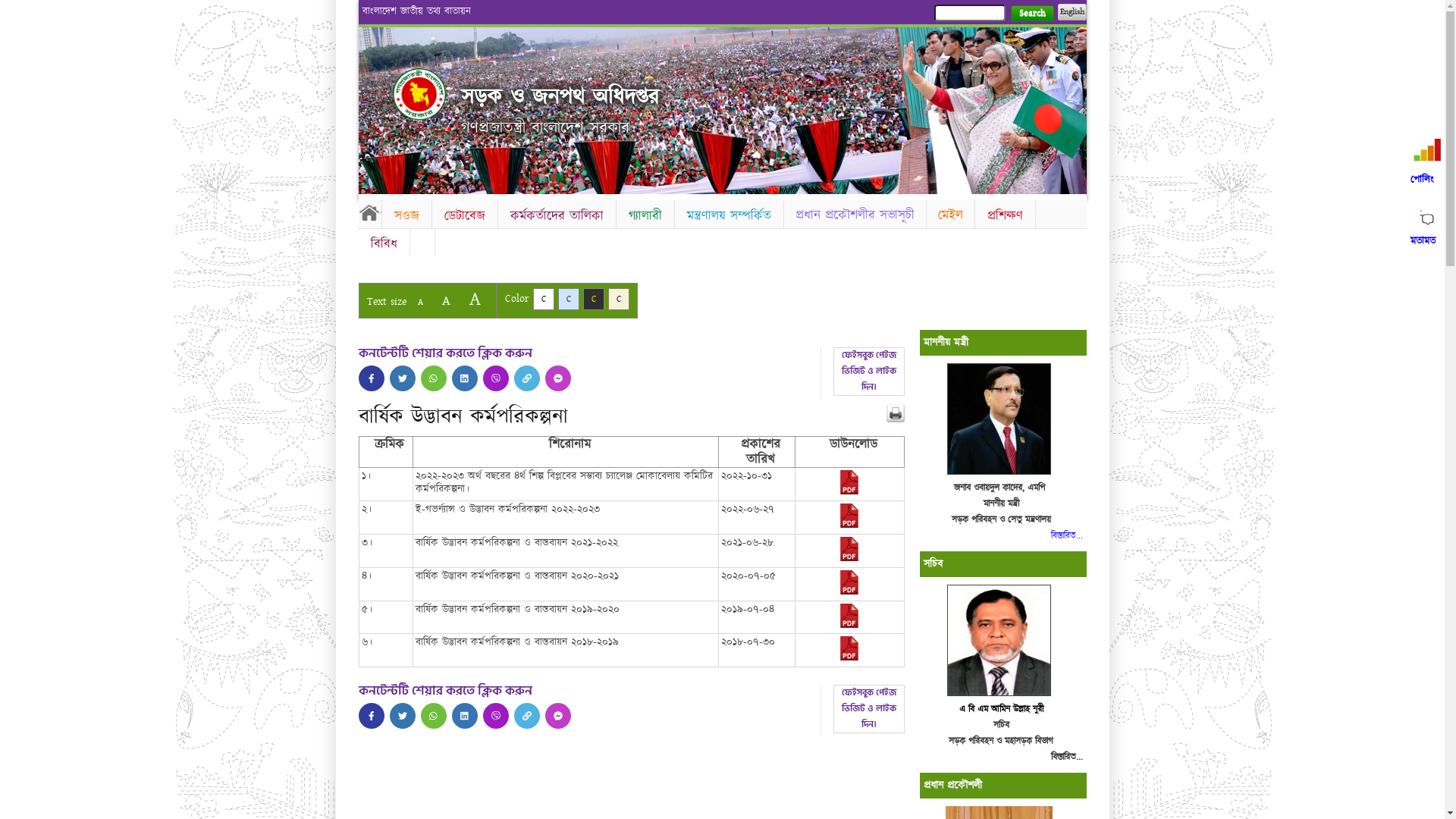 The image size is (1456, 819). Describe the element at coordinates (473, 299) in the screenshot. I see `'A'` at that location.